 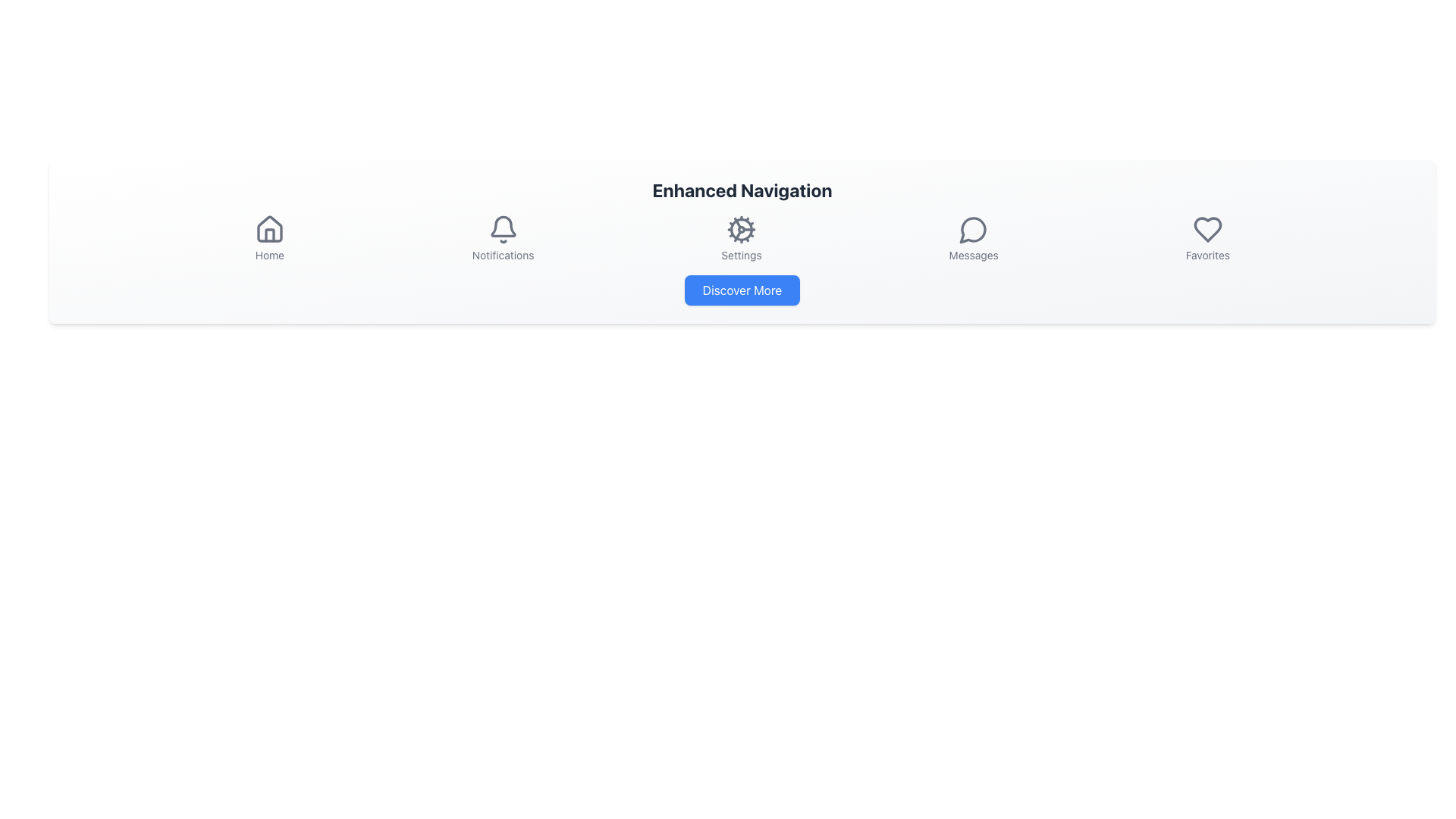 What do you see at coordinates (974, 254) in the screenshot?
I see `the text label located beneath the speech-bubble icon of the fifth navigation button from the left in the horizontal navigation bar` at bounding box center [974, 254].